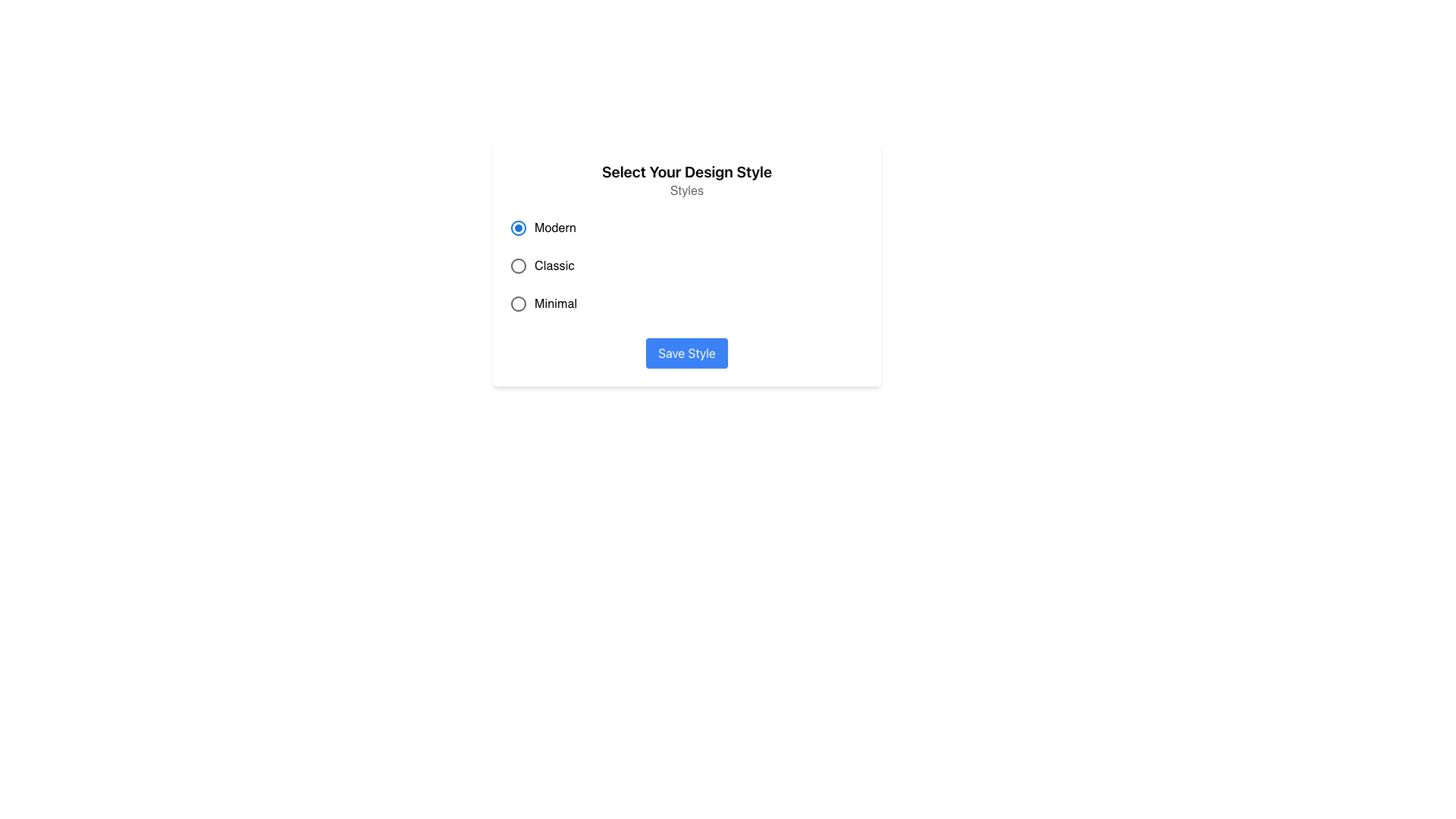  Describe the element at coordinates (519, 227) in the screenshot. I see `the first radio button labeled 'Modern'` at that location.